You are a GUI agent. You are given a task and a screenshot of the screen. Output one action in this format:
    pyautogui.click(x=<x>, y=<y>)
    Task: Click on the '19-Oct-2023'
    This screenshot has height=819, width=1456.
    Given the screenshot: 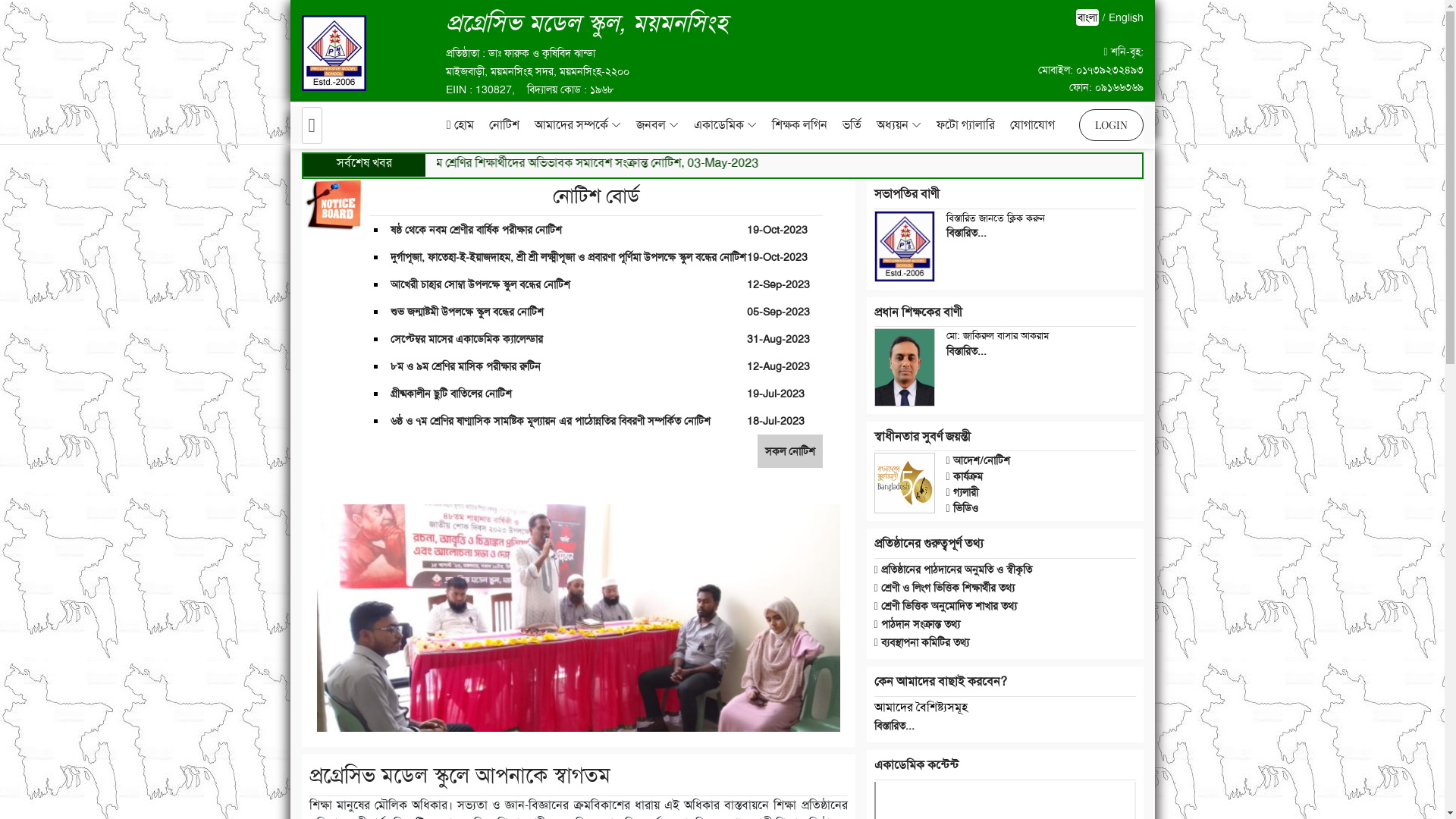 What is the action you would take?
    pyautogui.click(x=777, y=256)
    